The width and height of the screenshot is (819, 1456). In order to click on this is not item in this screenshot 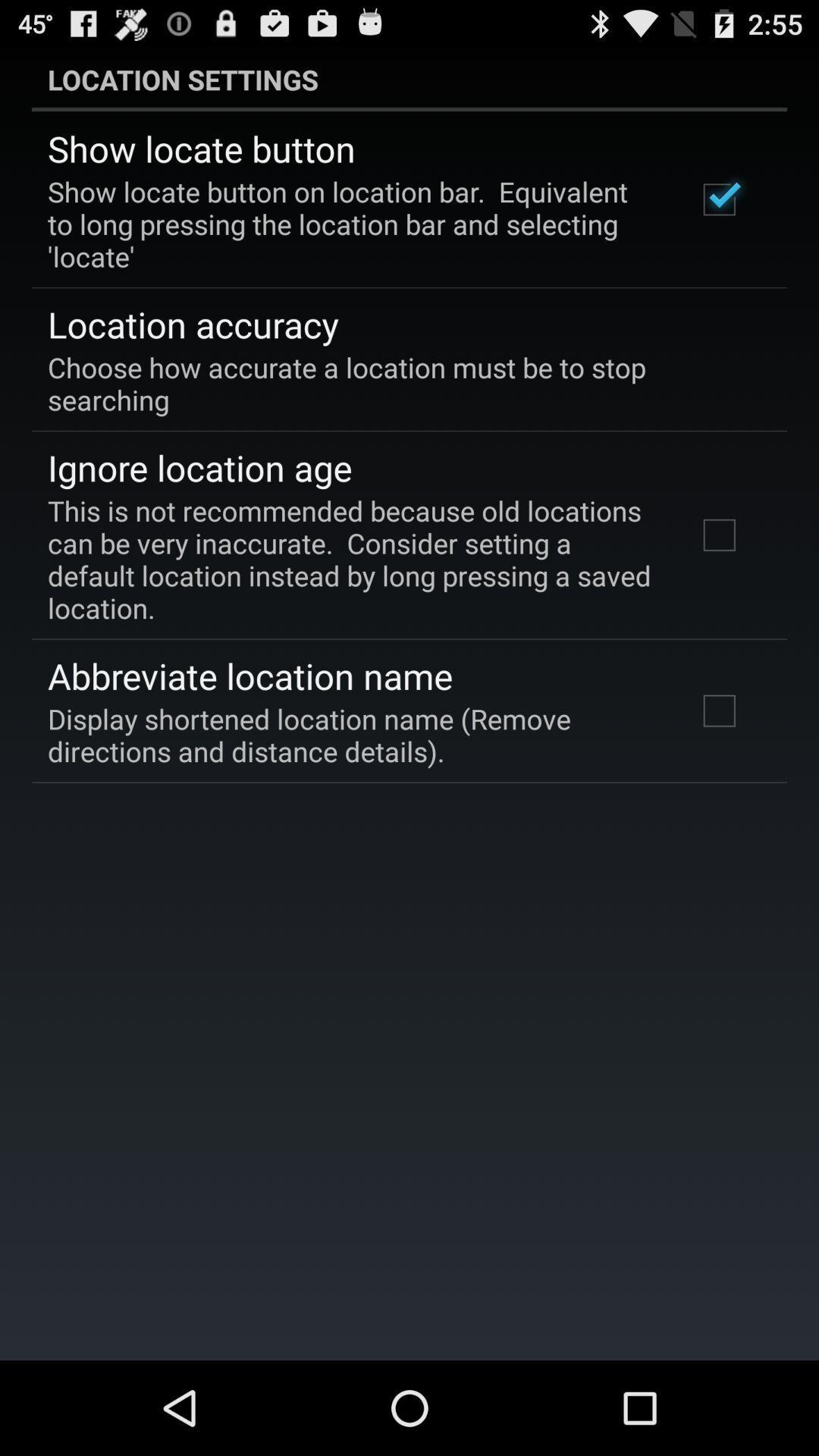, I will do `click(351, 558)`.